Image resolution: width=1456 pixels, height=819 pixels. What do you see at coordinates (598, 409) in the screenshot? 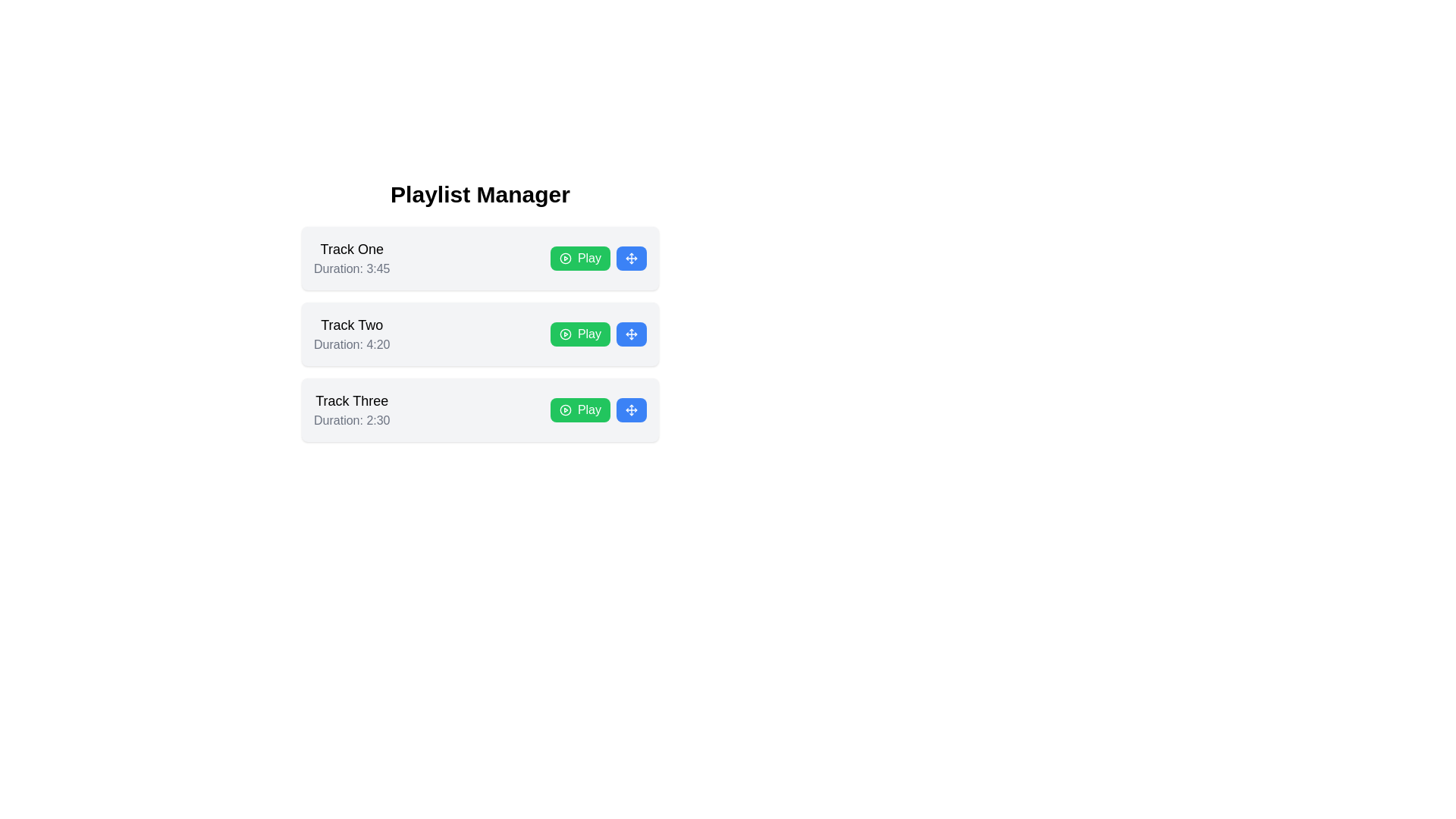
I see `the 'Play' button for 'Track Three'` at bounding box center [598, 409].